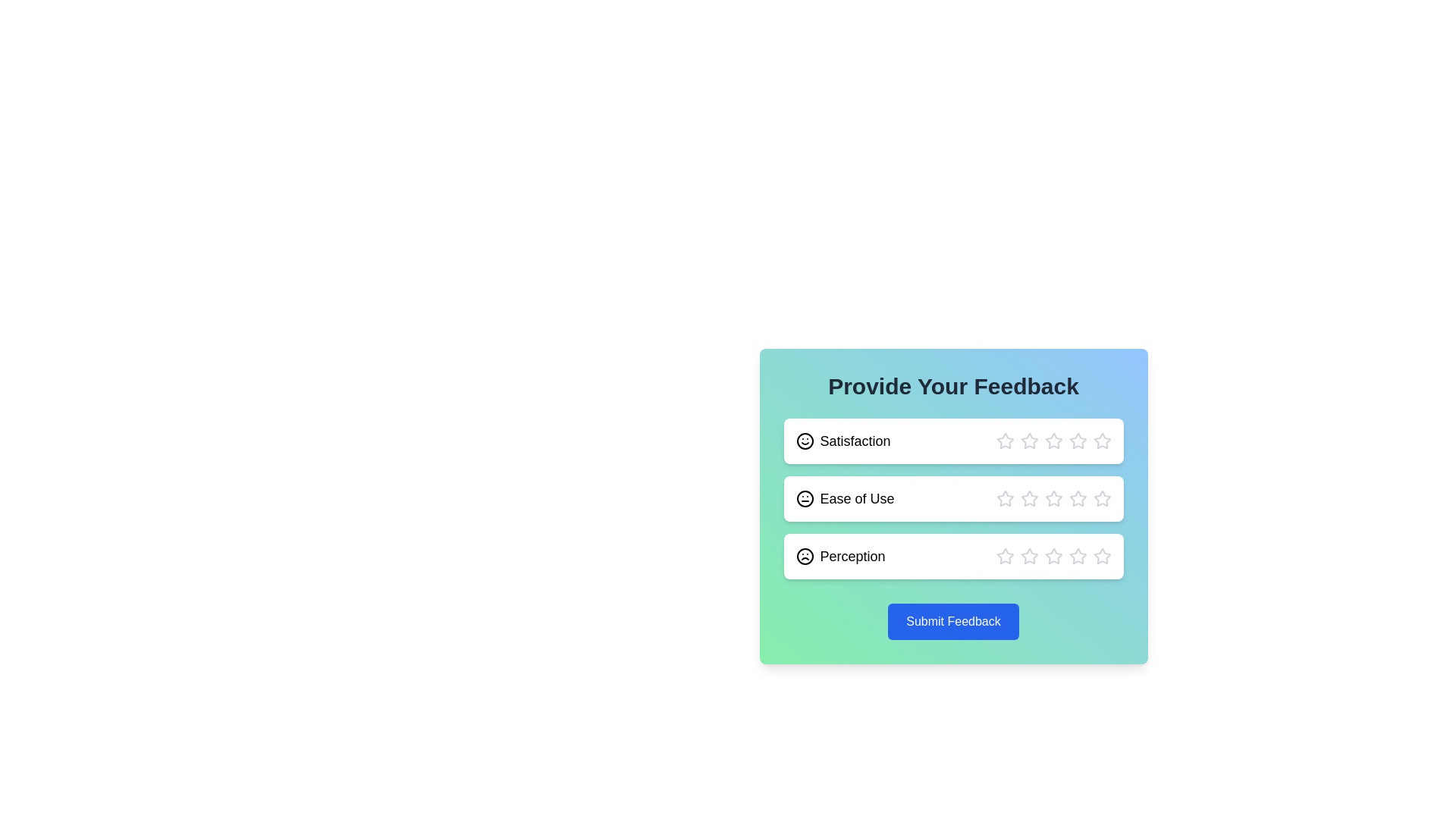 The image size is (1456, 819). Describe the element at coordinates (952, 622) in the screenshot. I see `the 'Submit Feedback' button` at that location.